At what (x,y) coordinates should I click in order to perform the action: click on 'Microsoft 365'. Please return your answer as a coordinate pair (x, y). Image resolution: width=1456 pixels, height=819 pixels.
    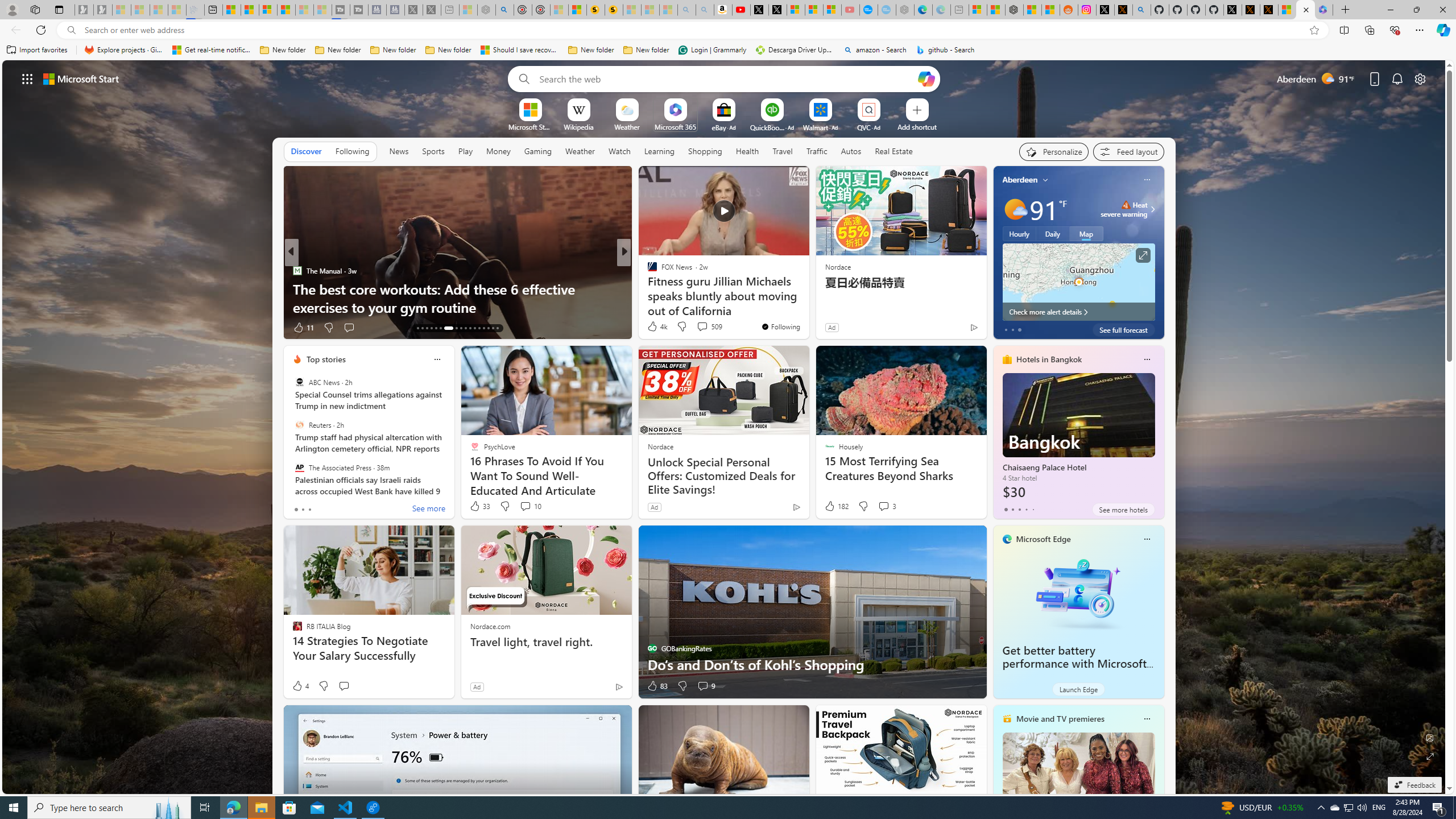
    Looking at the image, I should click on (675, 126).